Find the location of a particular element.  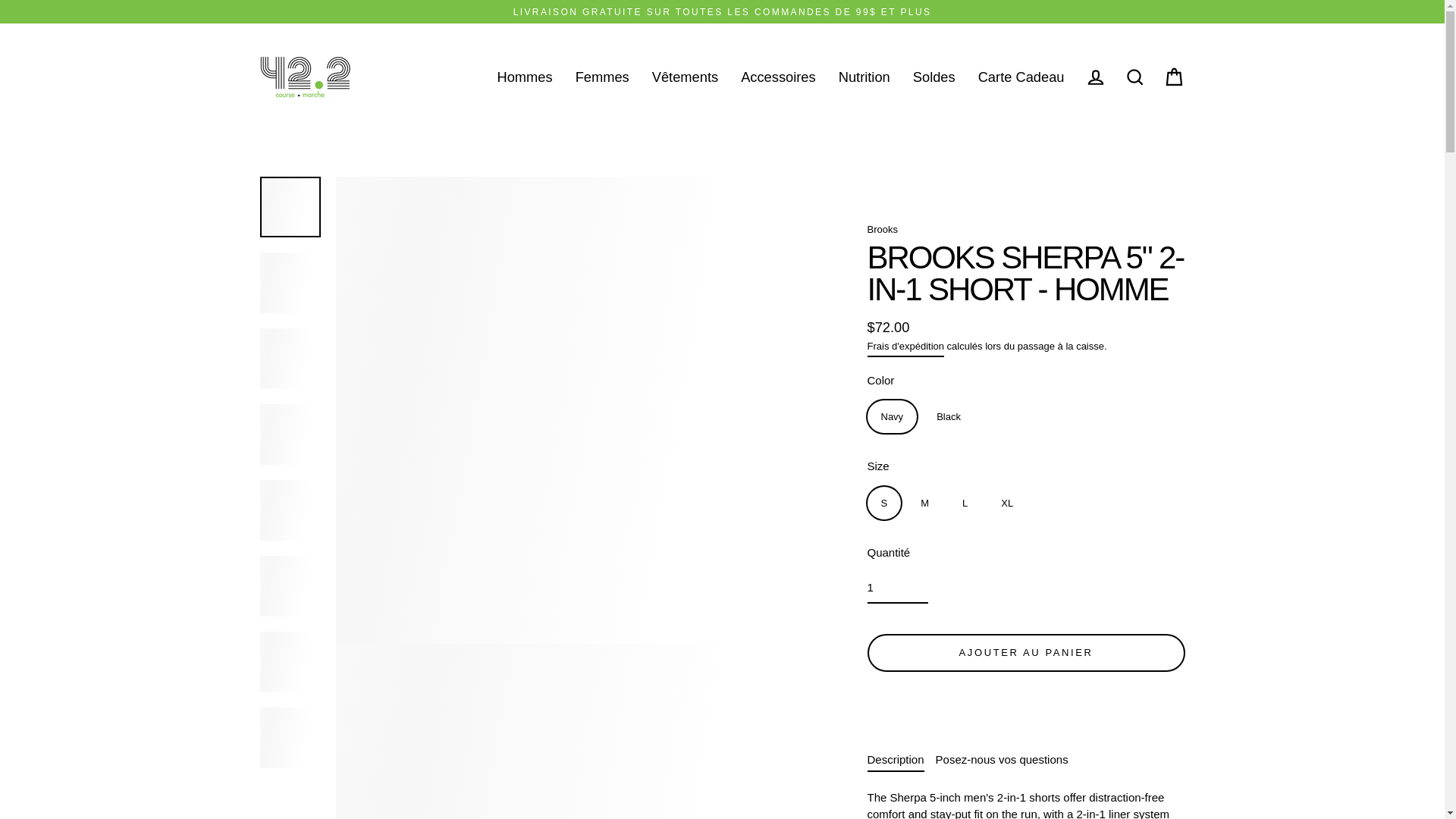

'Description' is located at coordinates (867, 759).